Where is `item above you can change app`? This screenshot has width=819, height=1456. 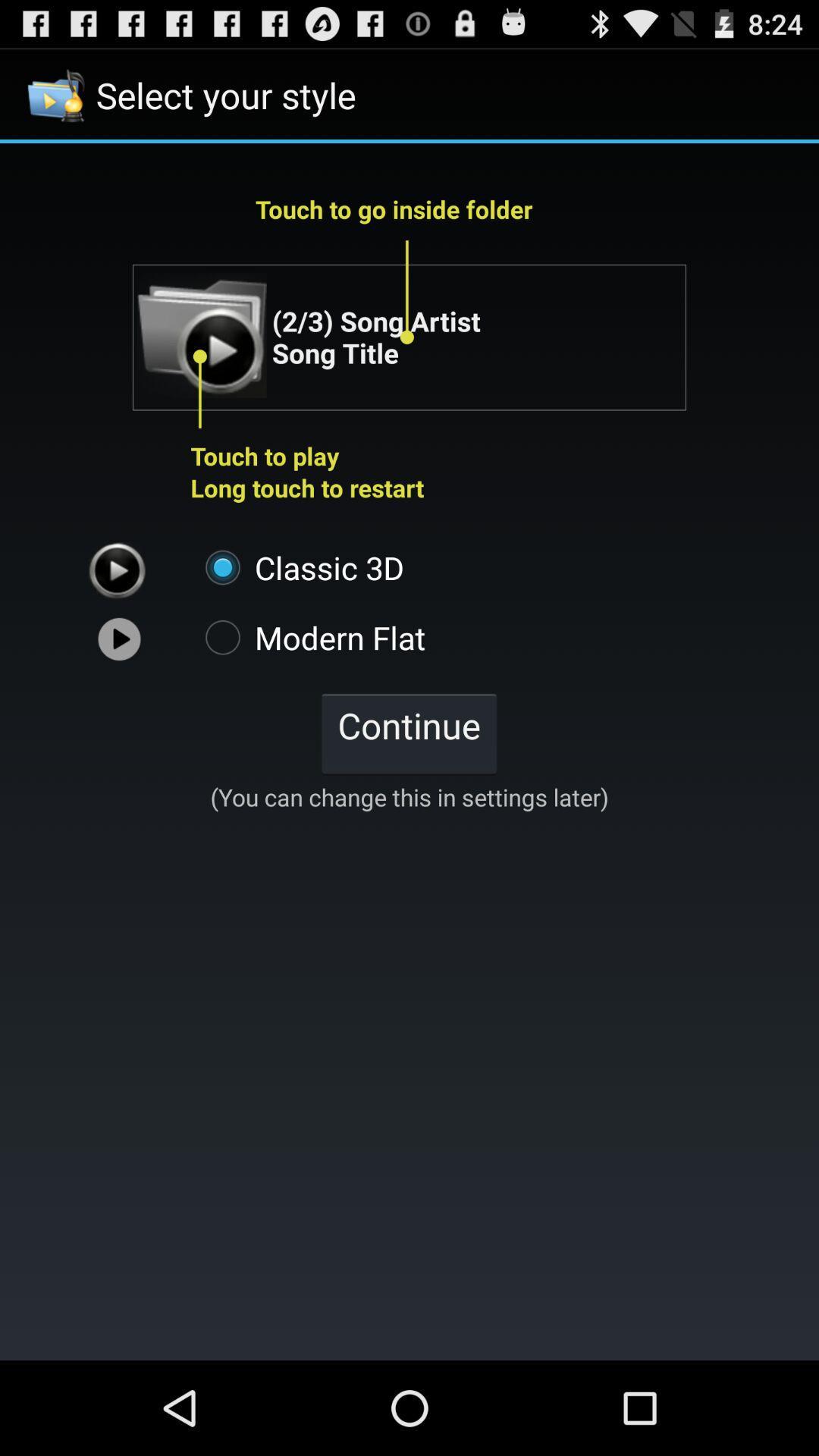
item above you can change app is located at coordinates (408, 733).